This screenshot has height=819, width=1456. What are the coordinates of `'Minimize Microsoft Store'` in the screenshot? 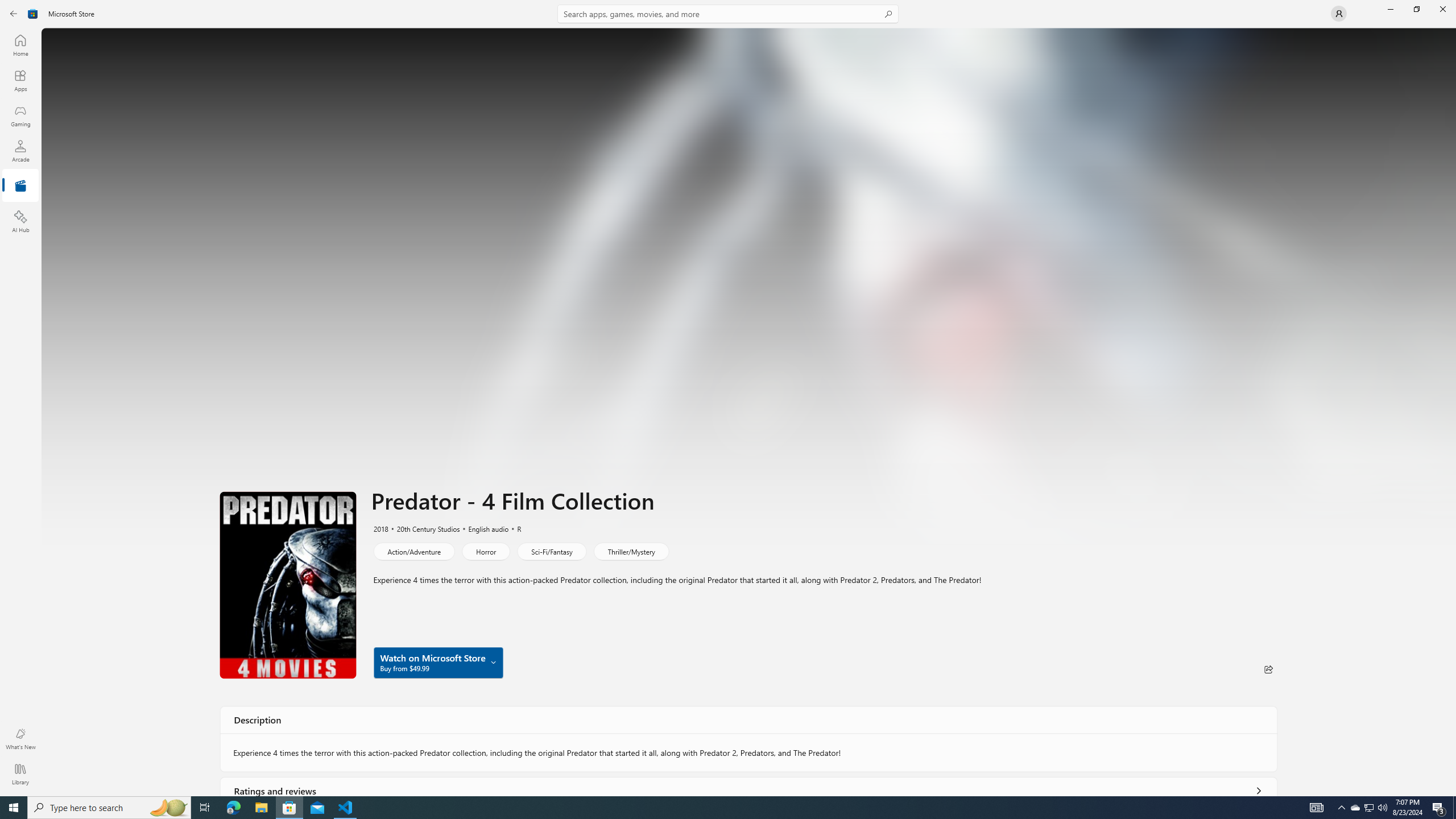 It's located at (1389, 9).